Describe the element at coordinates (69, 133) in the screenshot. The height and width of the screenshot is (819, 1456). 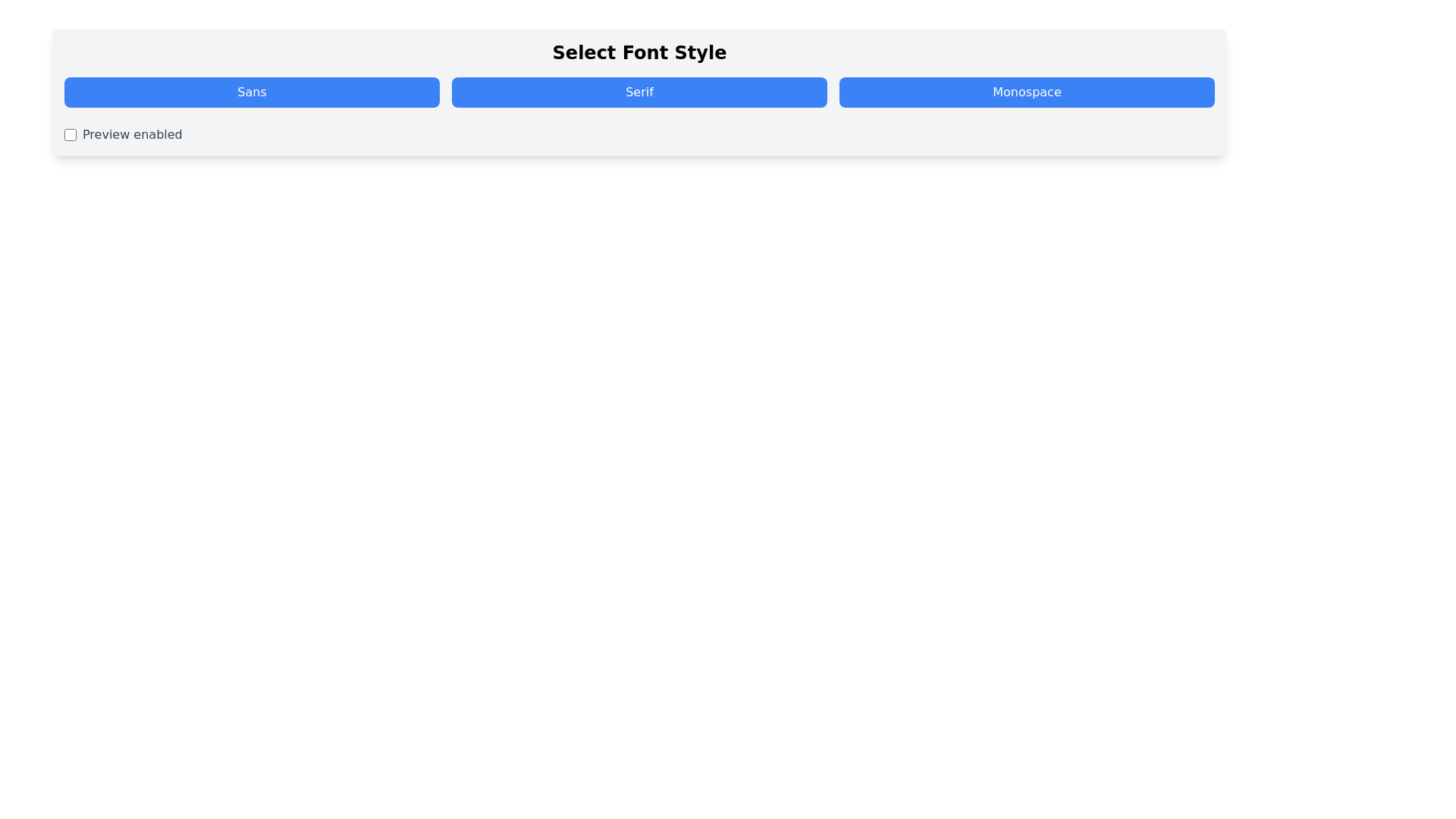
I see `the 'Preview enabled' checkbox to observe any visual changes that occur when the mouse pointer is placed over it` at that location.